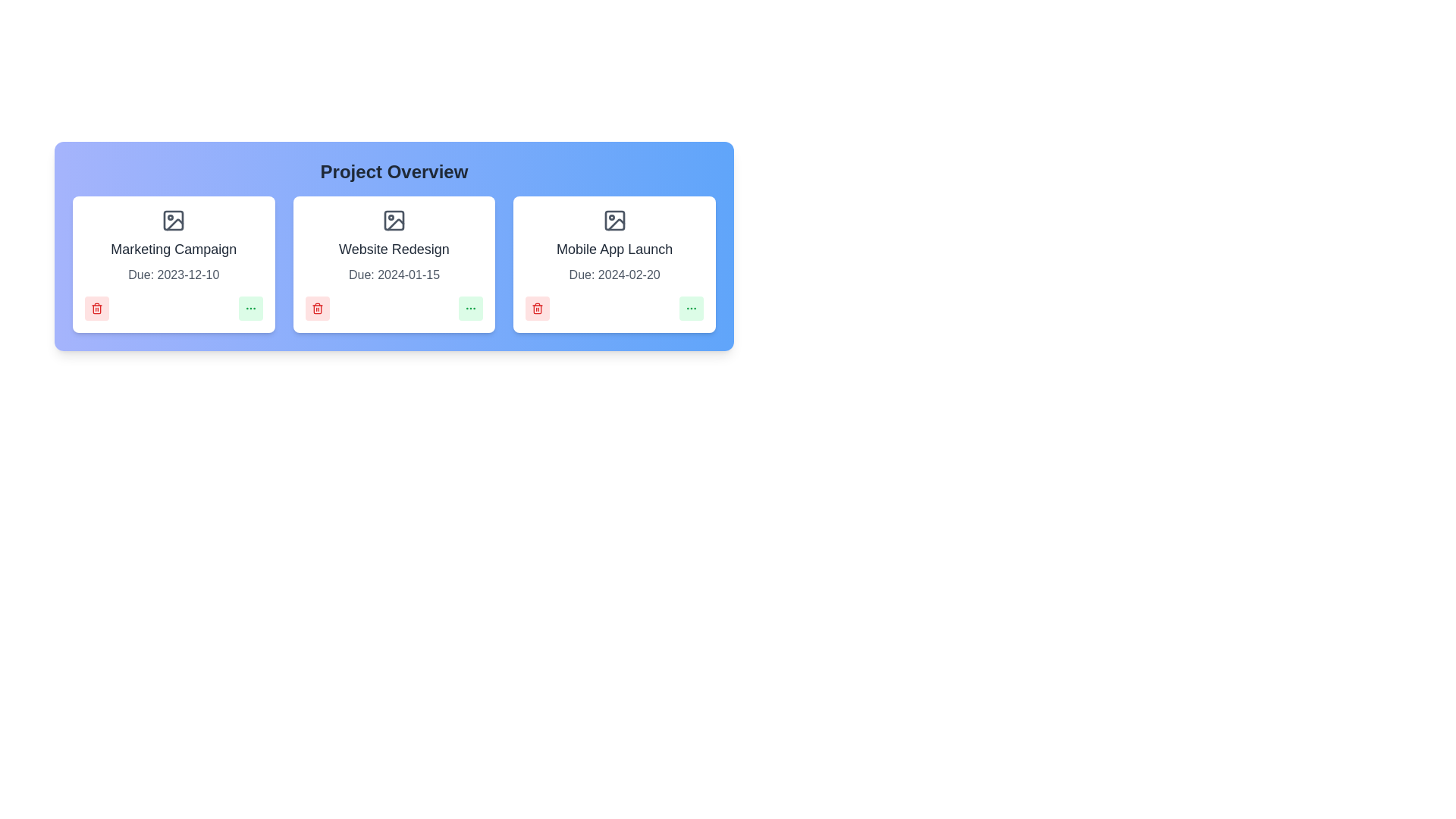 The width and height of the screenshot is (1456, 819). Describe the element at coordinates (174, 220) in the screenshot. I see `the project image placeholder to trigger its associated action` at that location.